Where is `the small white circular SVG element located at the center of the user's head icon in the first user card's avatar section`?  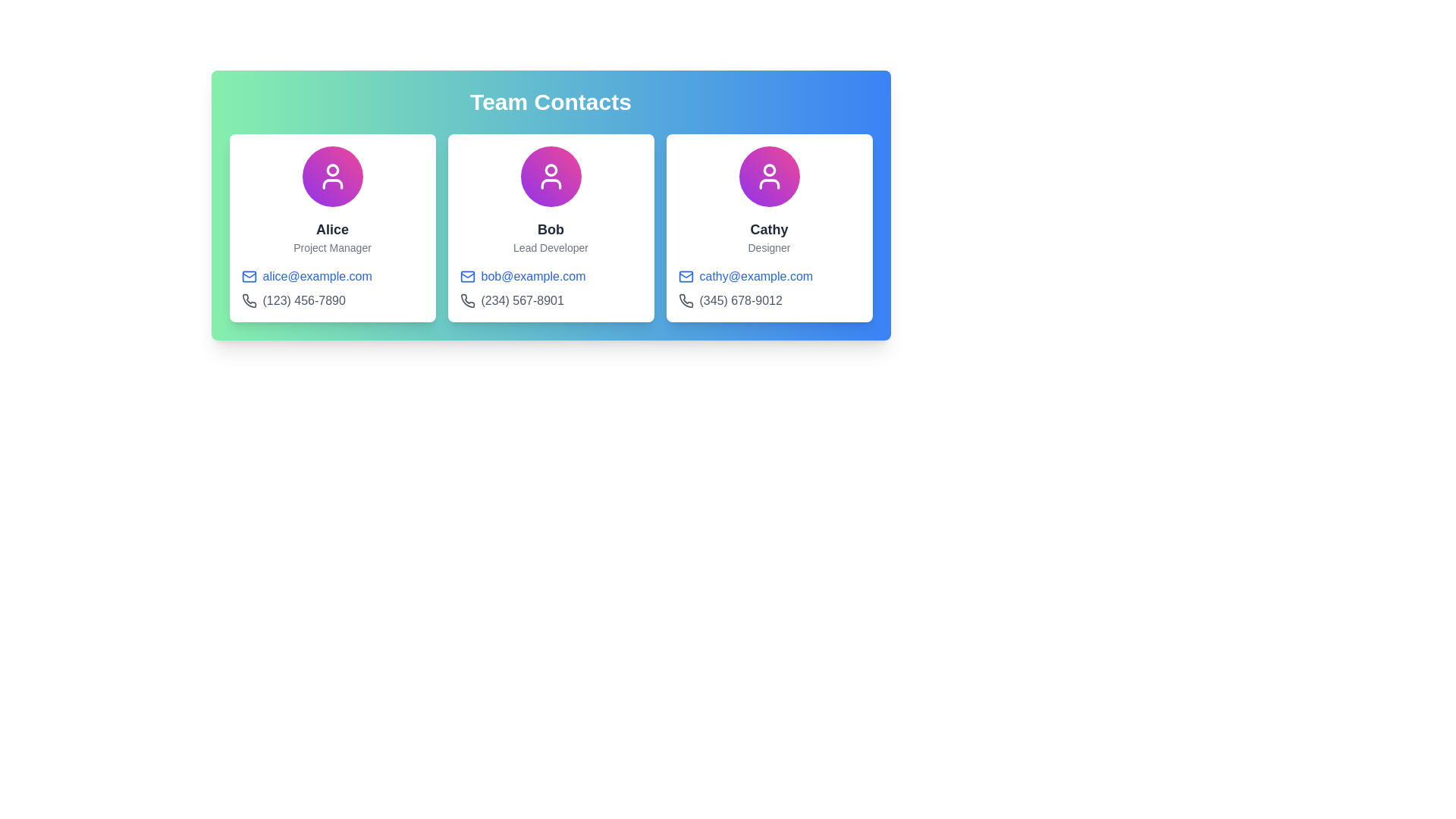
the small white circular SVG element located at the center of the user's head icon in the first user card's avatar section is located at coordinates (331, 170).